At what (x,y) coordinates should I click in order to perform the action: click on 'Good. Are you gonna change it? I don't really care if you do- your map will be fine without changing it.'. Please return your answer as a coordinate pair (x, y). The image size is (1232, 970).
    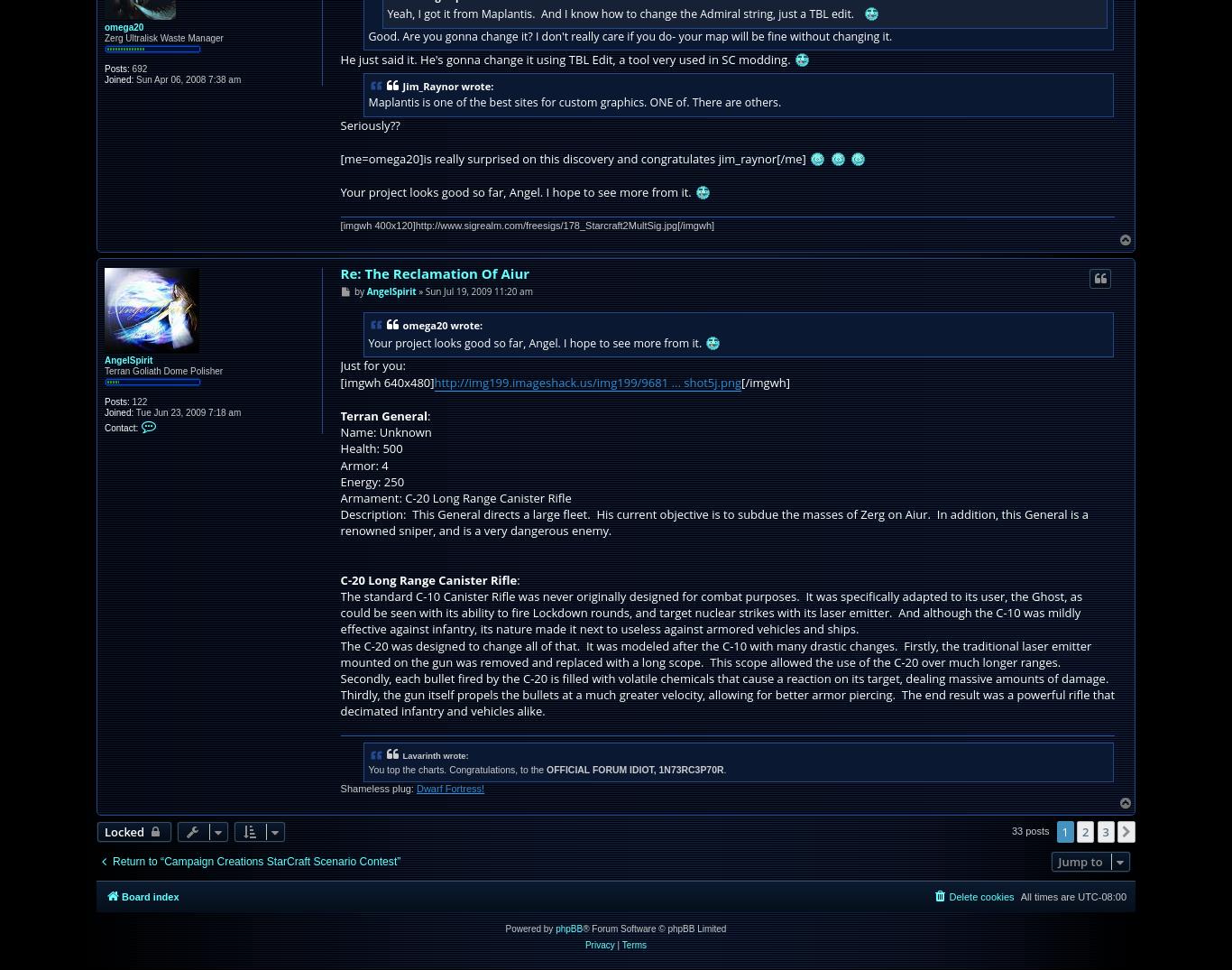
    Looking at the image, I should click on (630, 34).